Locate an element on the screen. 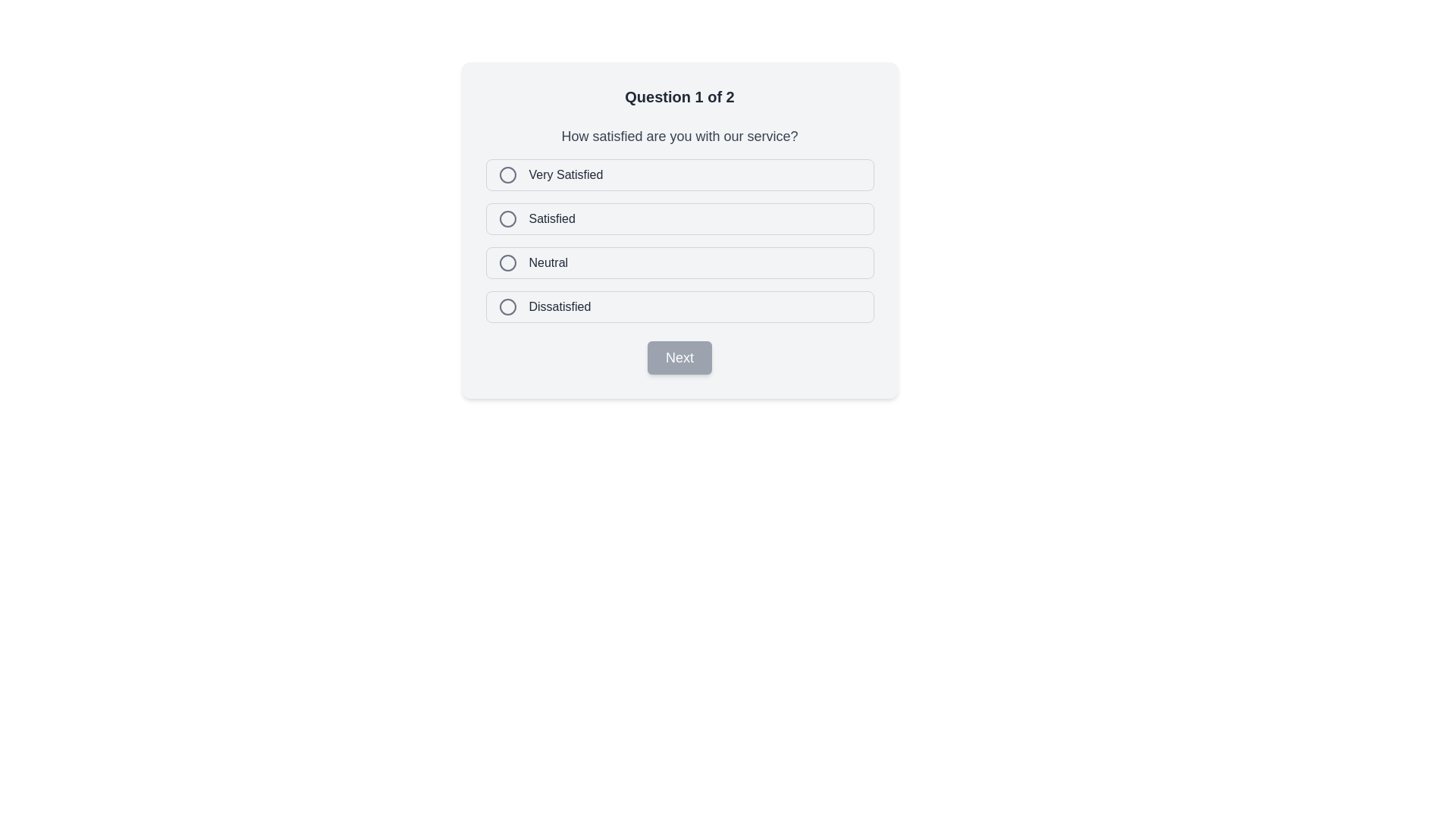 The height and width of the screenshot is (819, 1456). the text label displaying 'Dissatisfied', which is bold and dark gray, located to the right of the last circular radio button in a list of satisfaction levels is located at coordinates (559, 307).